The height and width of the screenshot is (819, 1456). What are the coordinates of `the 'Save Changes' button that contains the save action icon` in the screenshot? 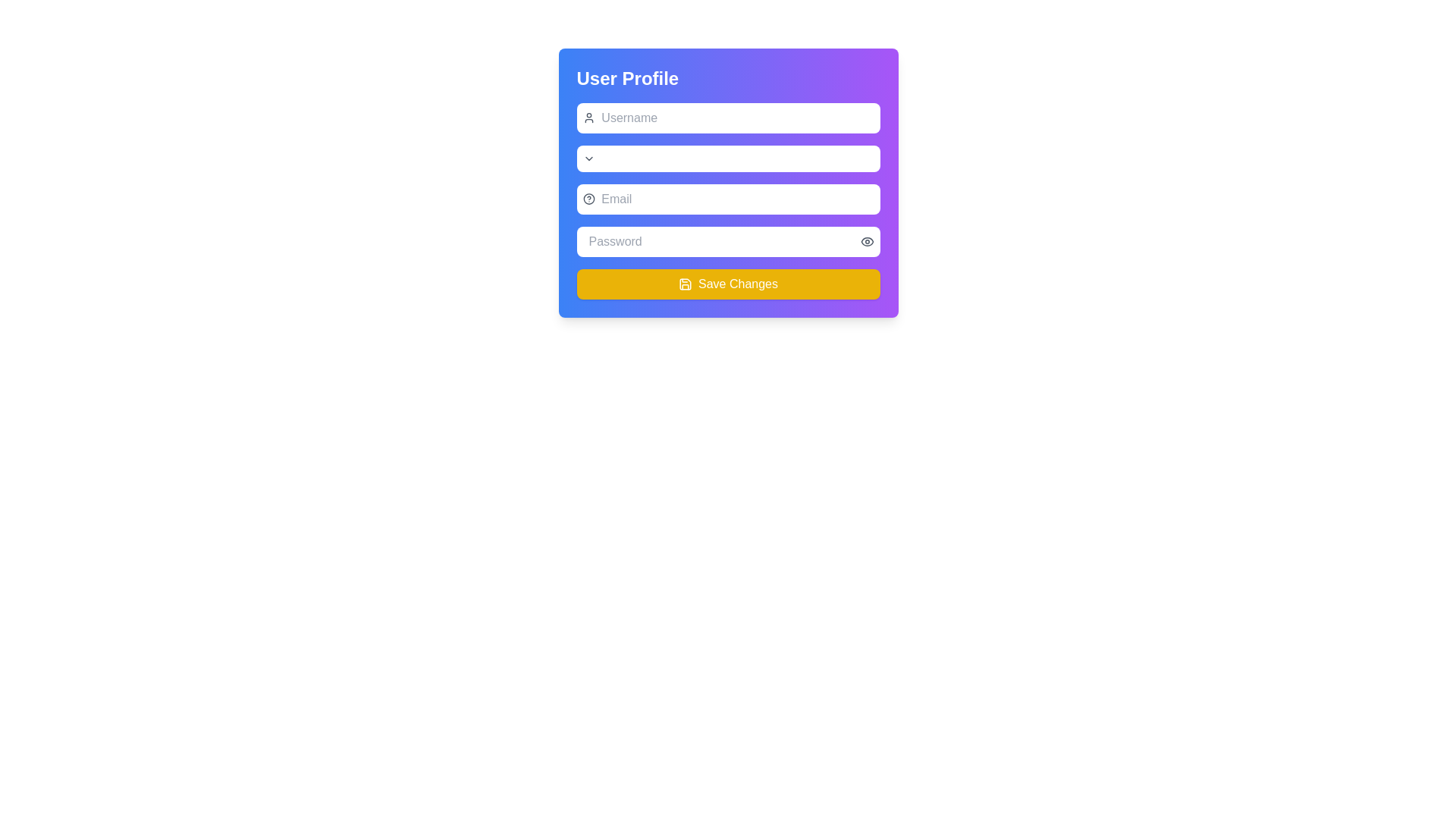 It's located at (684, 284).